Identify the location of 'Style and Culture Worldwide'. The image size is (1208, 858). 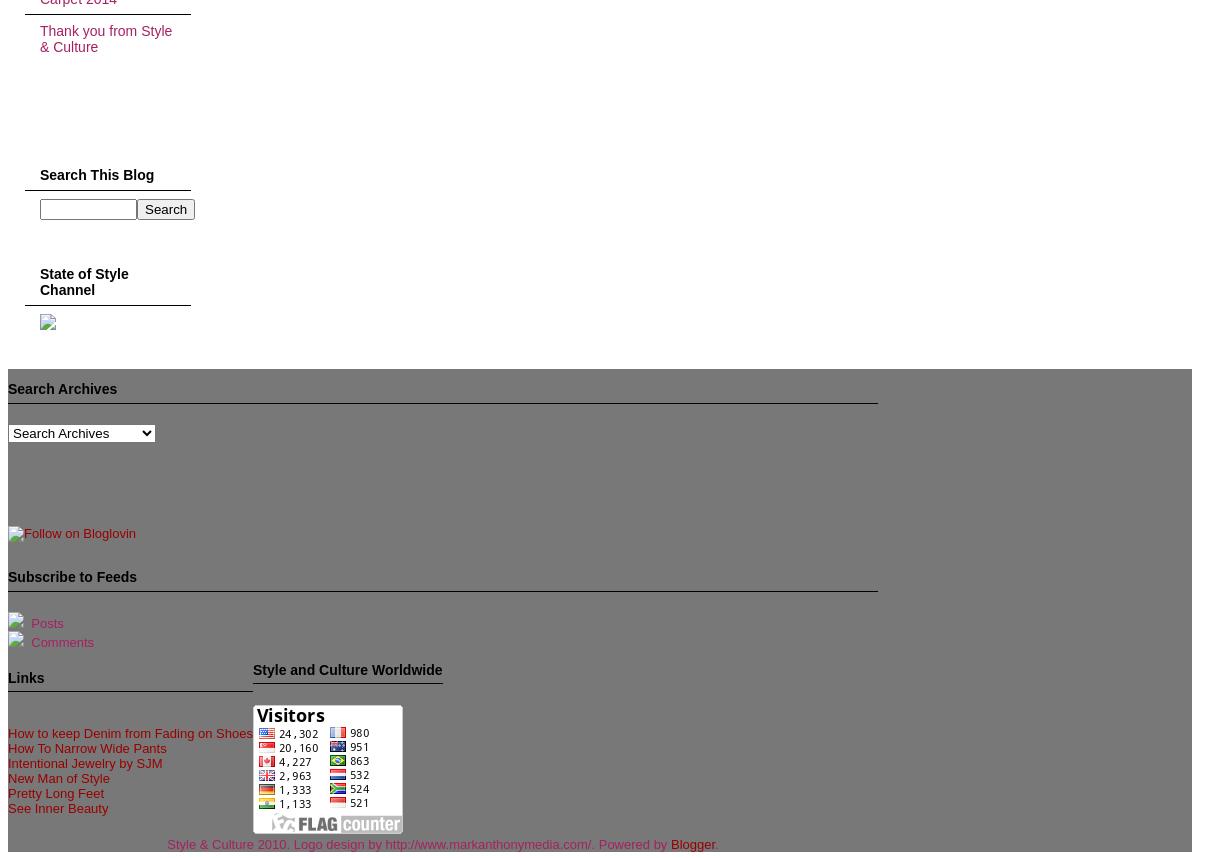
(346, 667).